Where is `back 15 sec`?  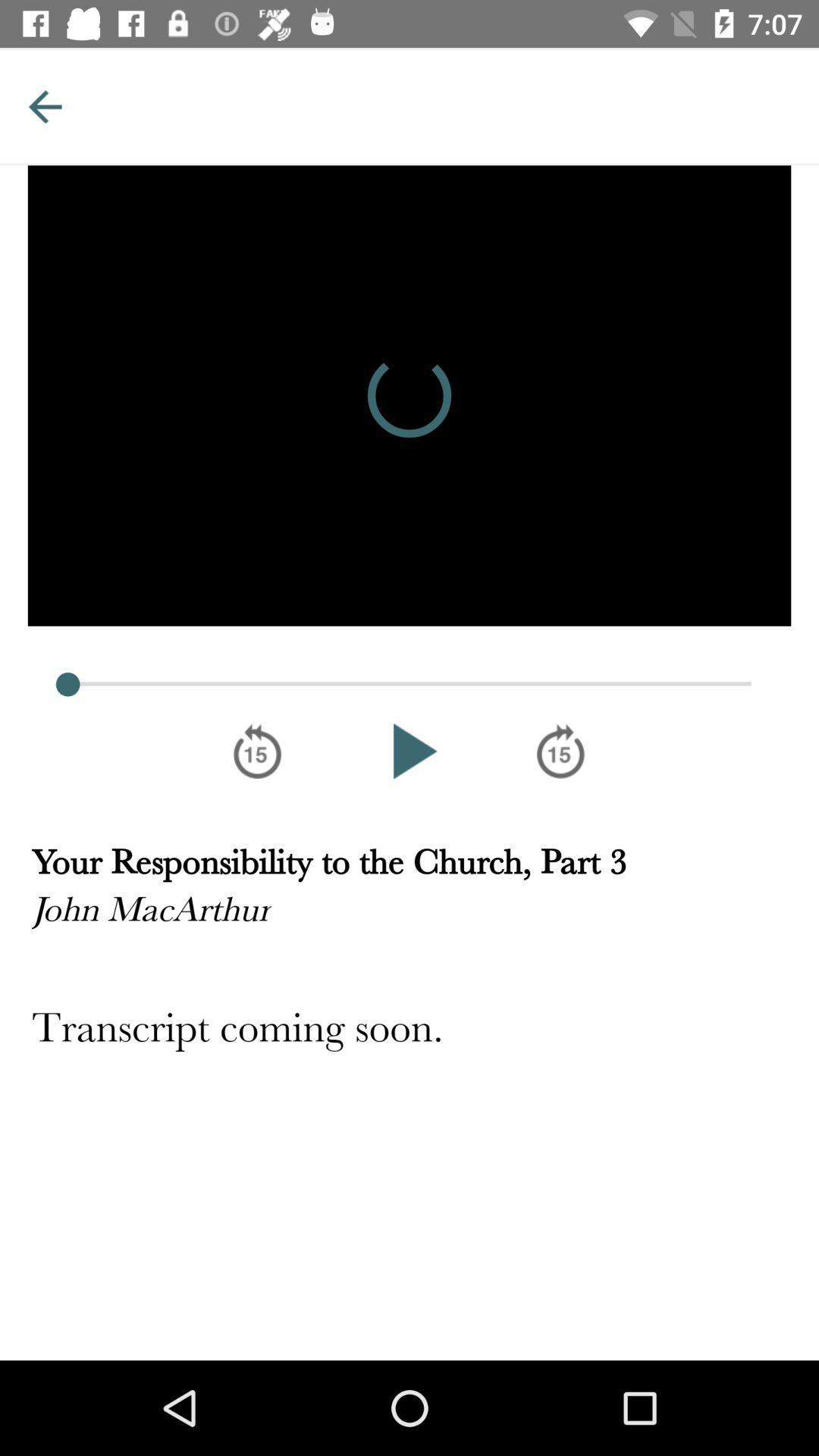
back 15 sec is located at coordinates (256, 751).